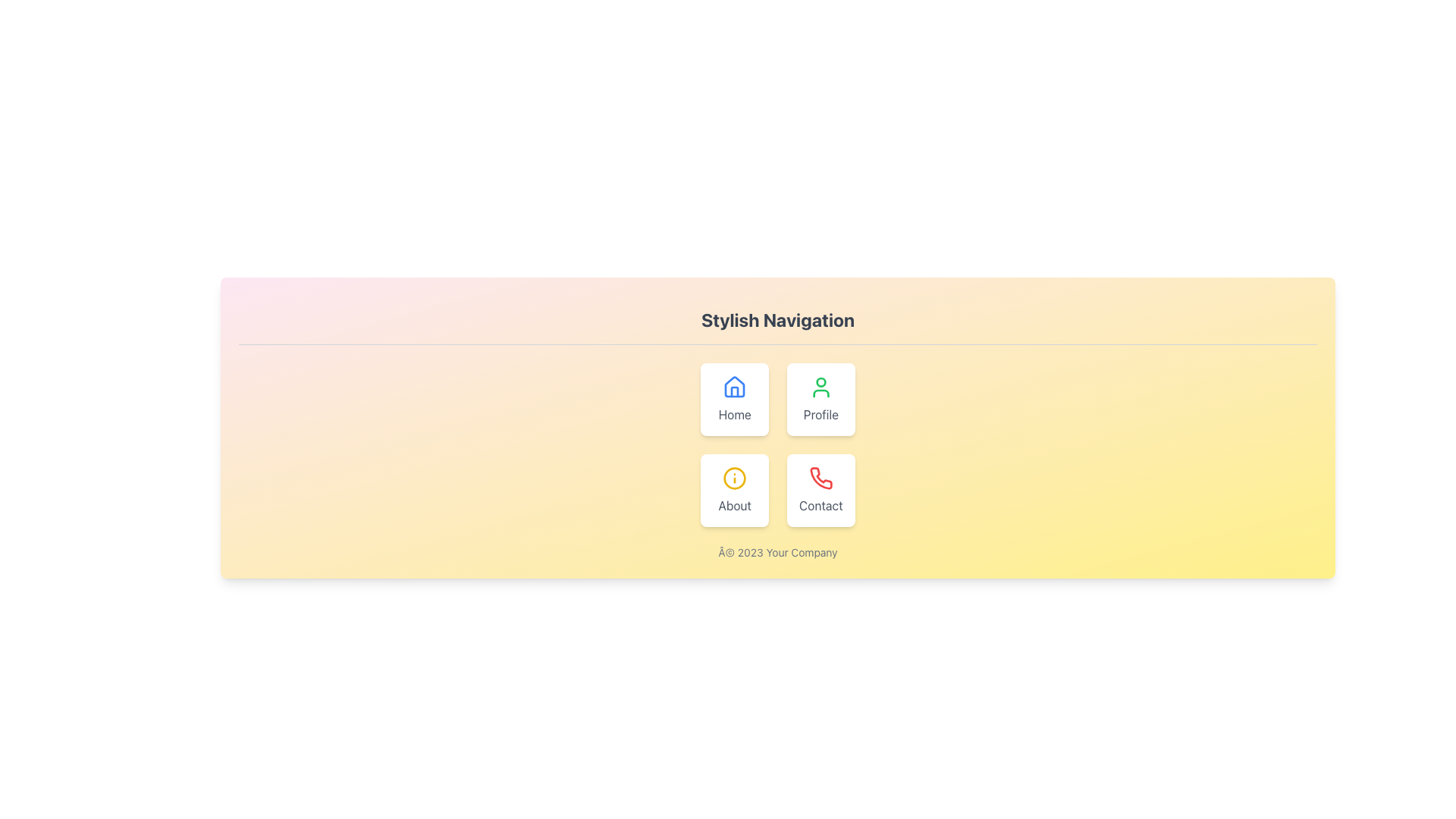 This screenshot has width=1456, height=819. Describe the element at coordinates (820, 506) in the screenshot. I see `the 'Contact' text label area` at that location.